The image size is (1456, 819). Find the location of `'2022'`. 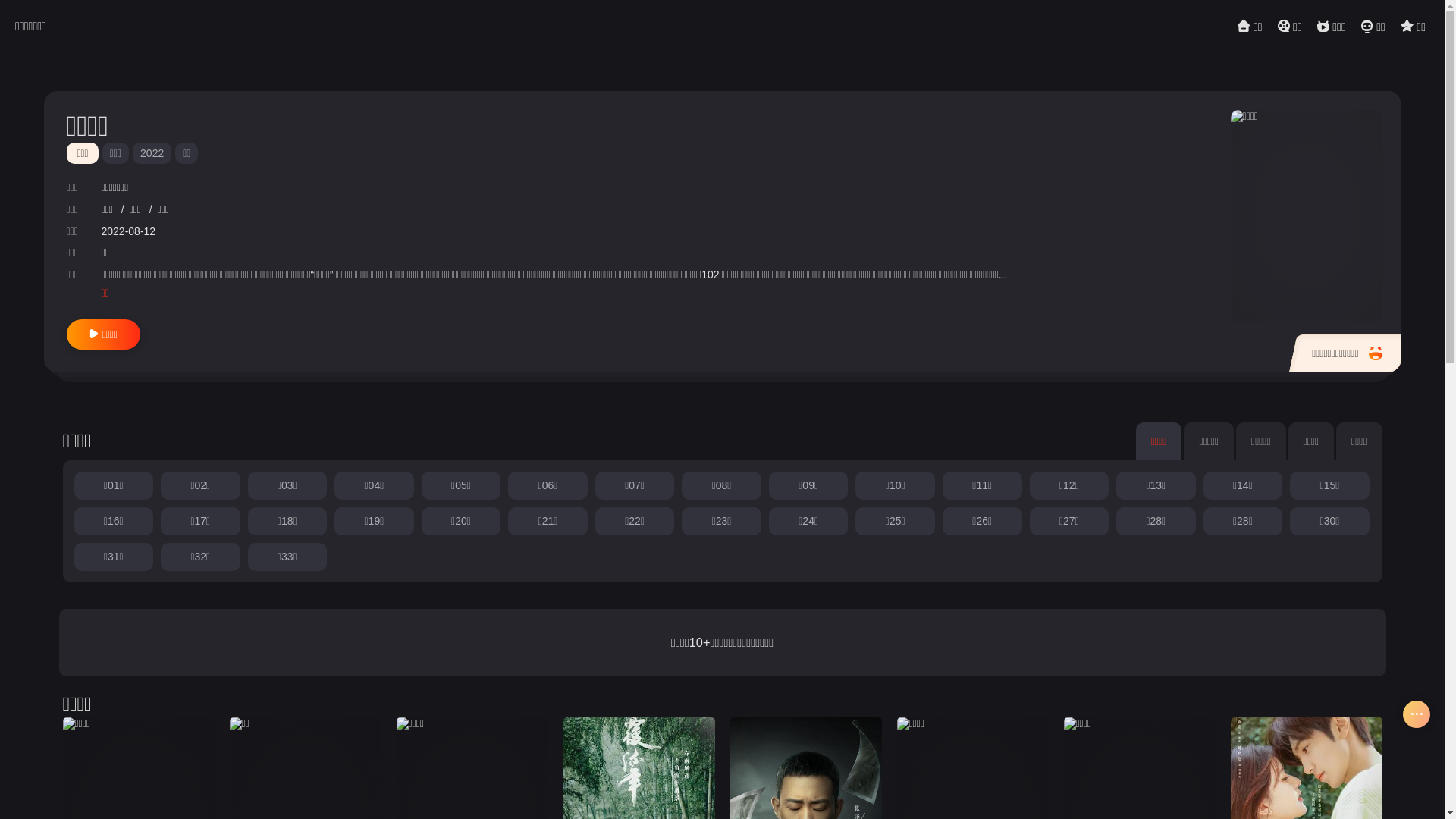

'2022' is located at coordinates (152, 152).